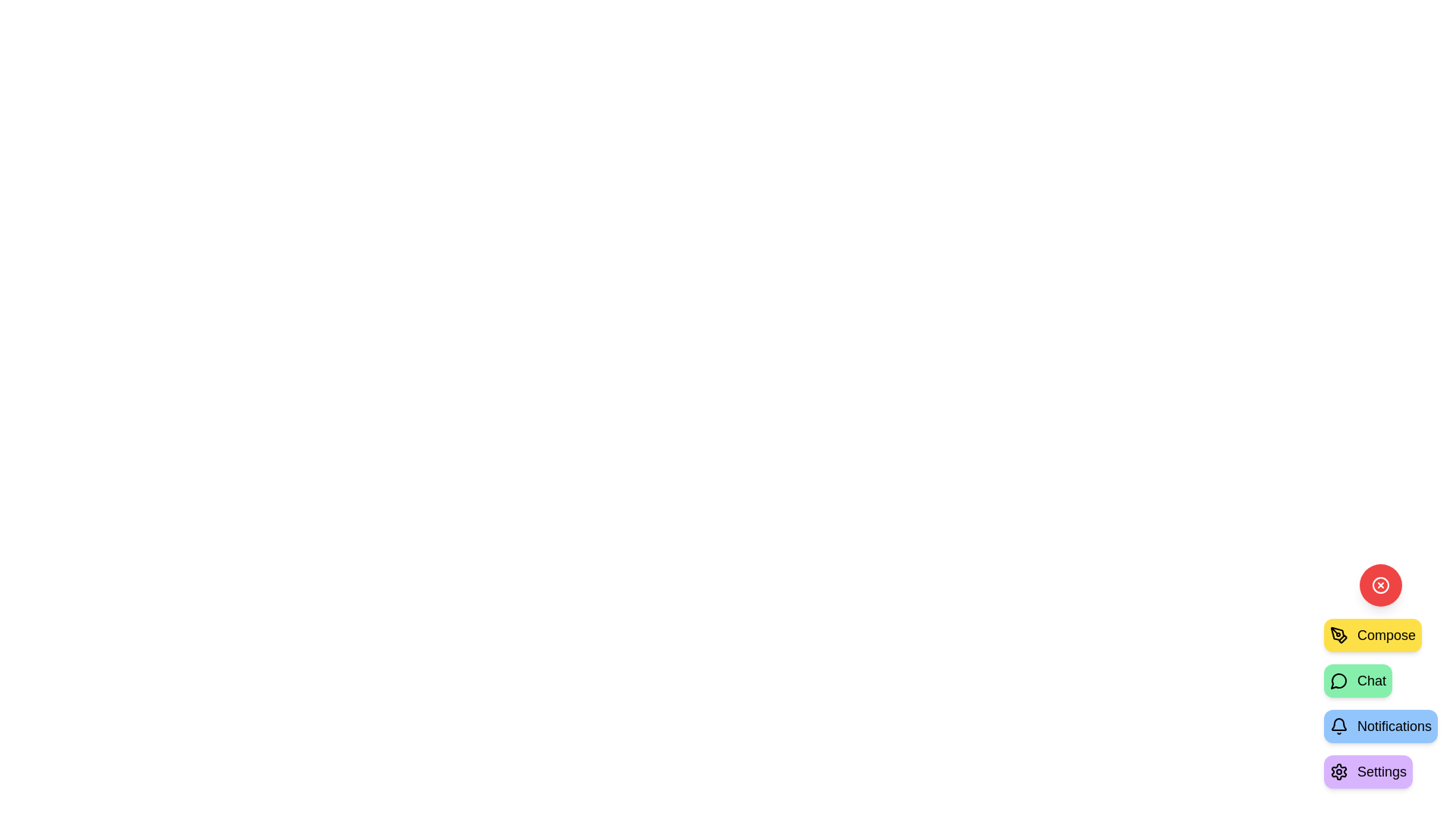  What do you see at coordinates (1373, 635) in the screenshot?
I see `the 'Compose' button to select the 'Compose' action` at bounding box center [1373, 635].